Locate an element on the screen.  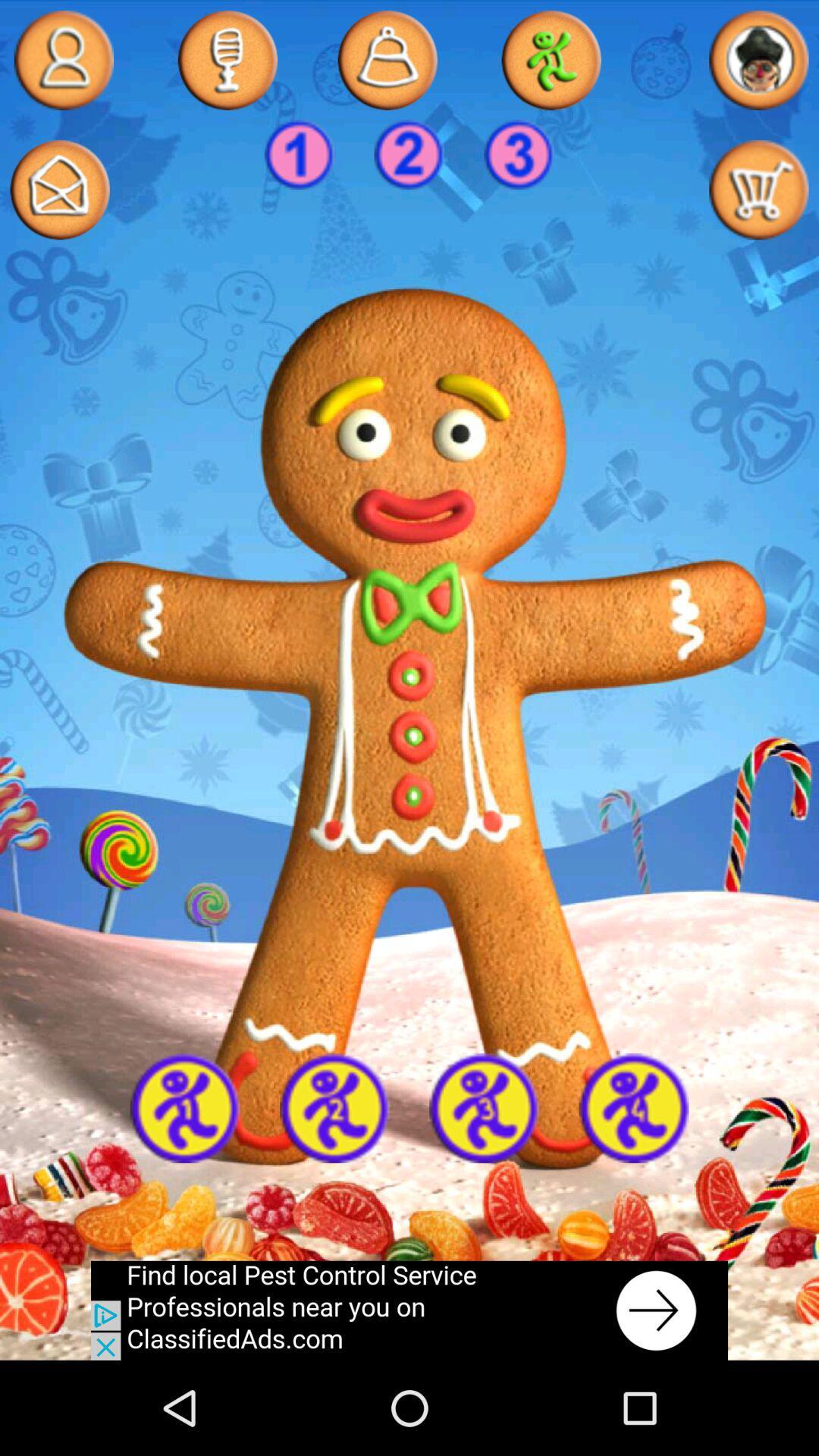
the cart icon is located at coordinates (758, 202).